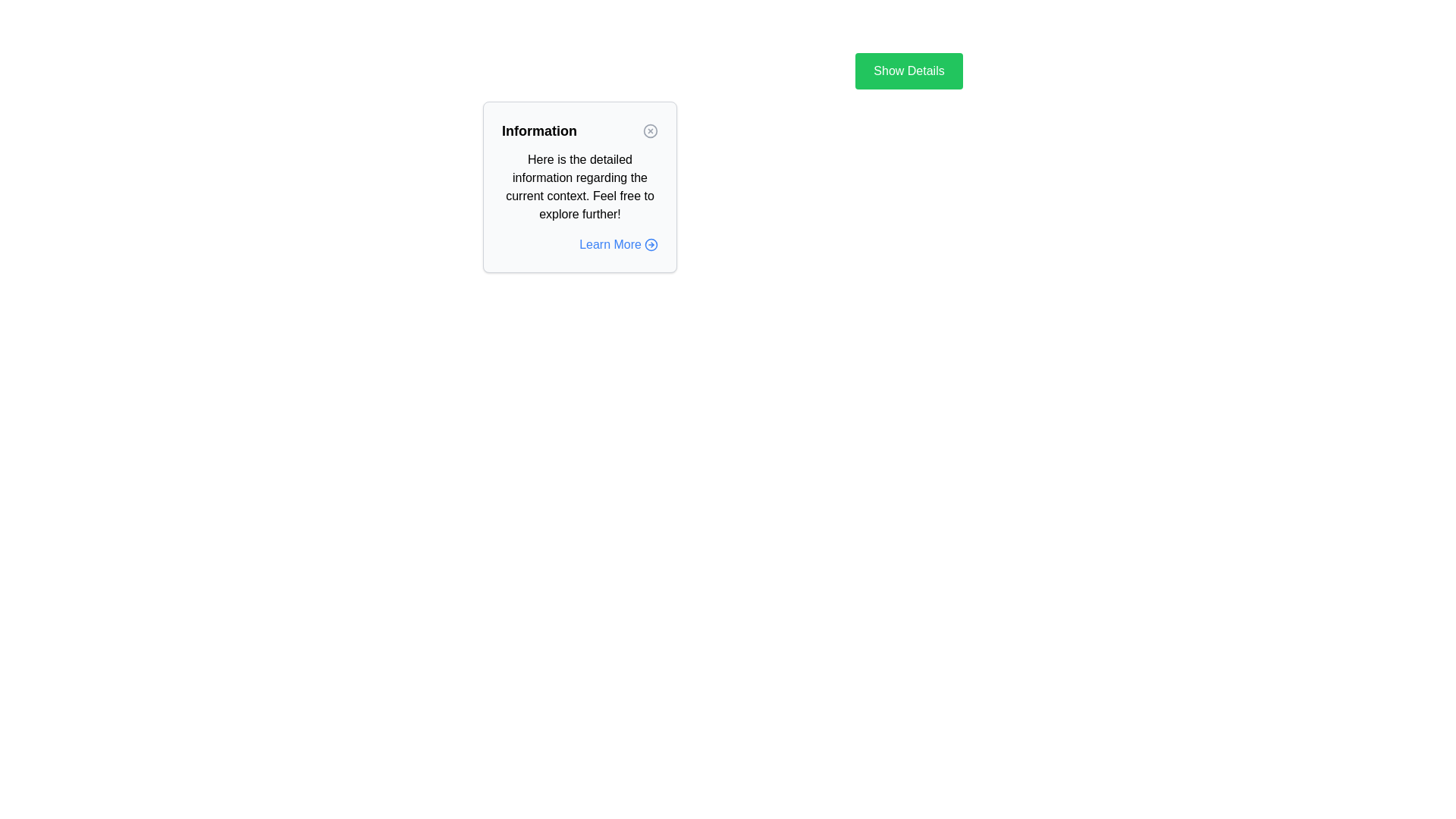 This screenshot has width=1456, height=819. I want to click on the navigation link with an associated icon located at the bottom-right of the 'Information' popup, so click(579, 244).